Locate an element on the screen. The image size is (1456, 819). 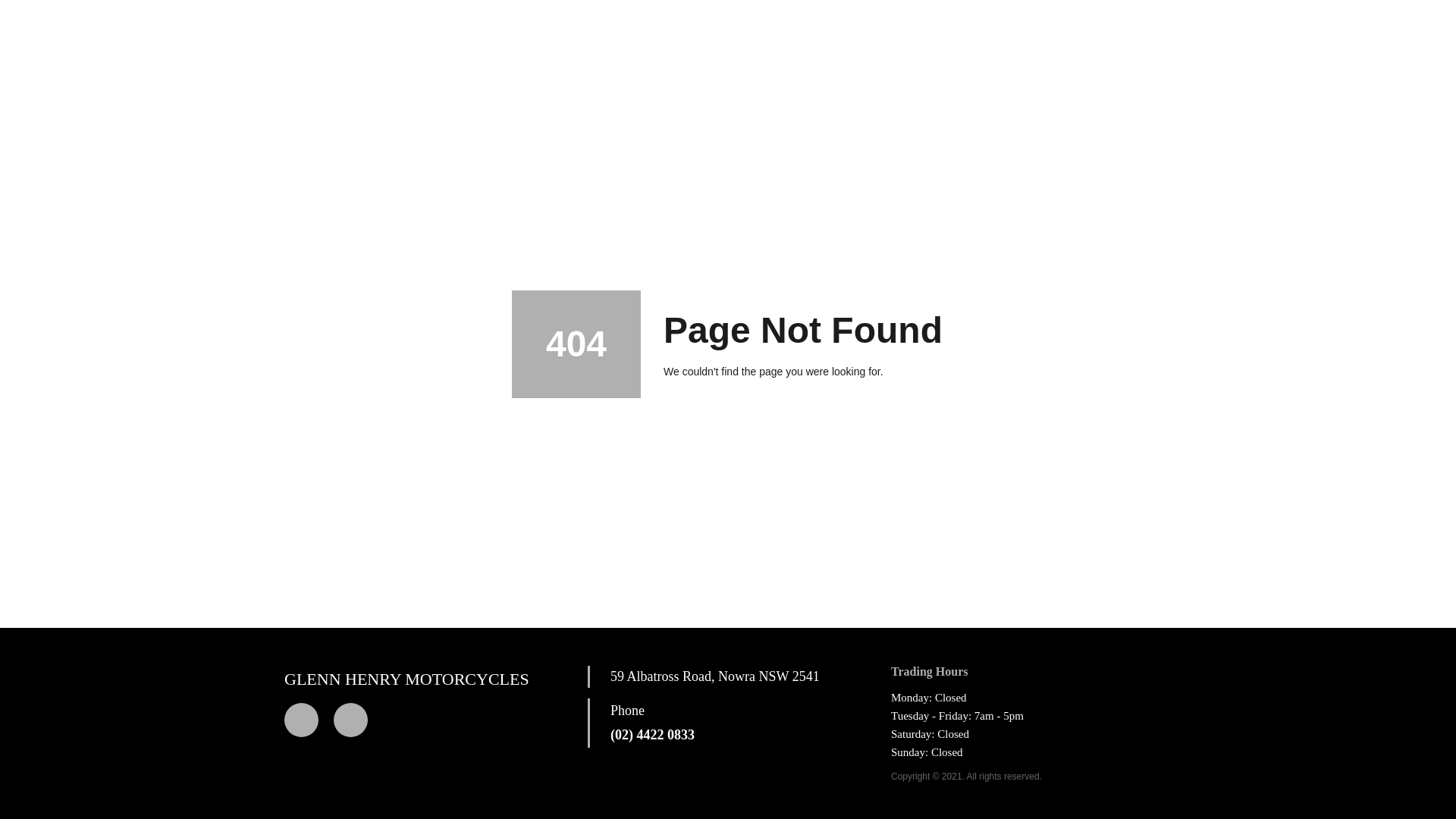
'(02) 4422 0833' is located at coordinates (652, 734).